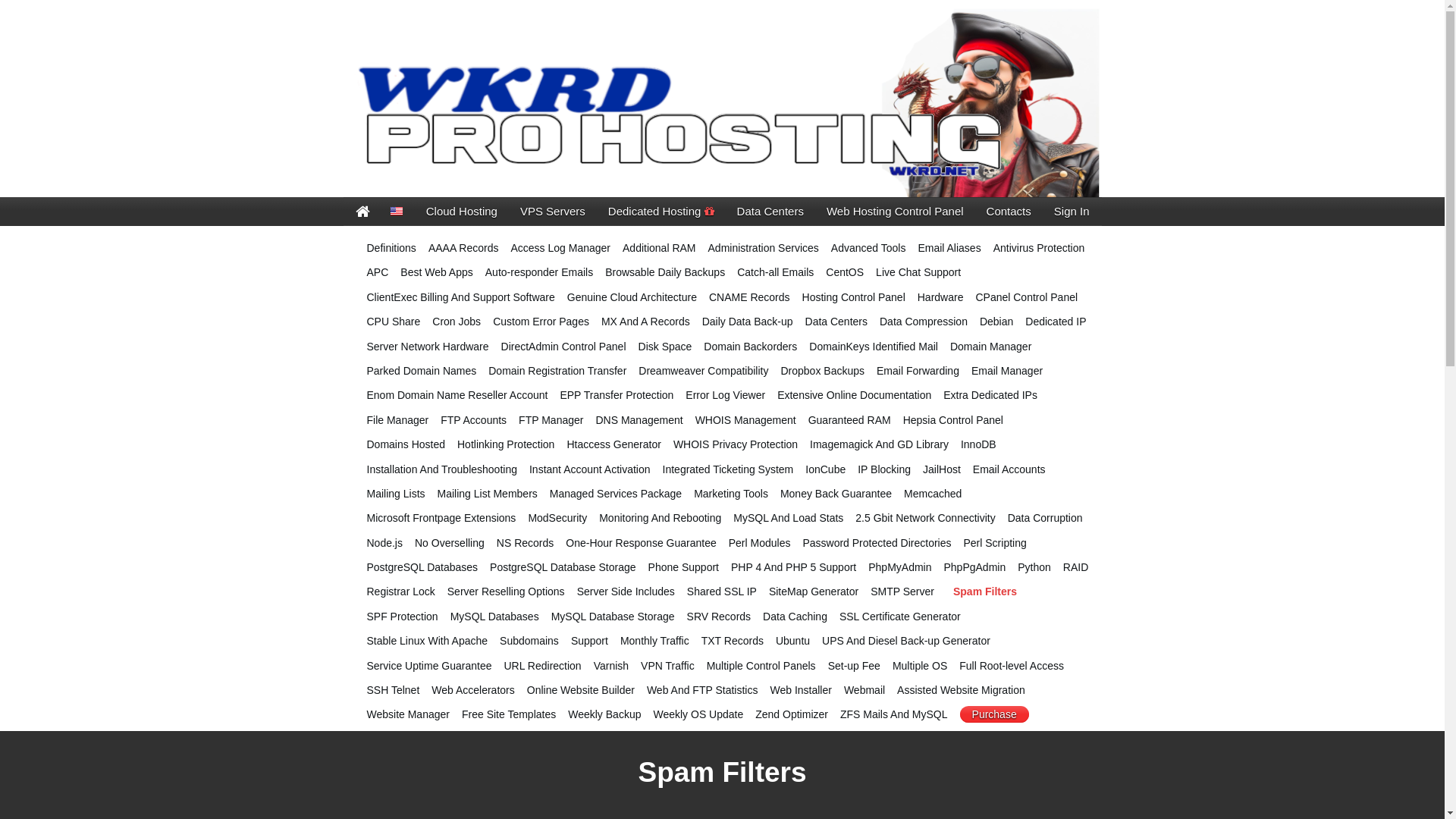 The width and height of the screenshot is (1456, 819). Describe the element at coordinates (792, 640) in the screenshot. I see `'Ubuntu'` at that location.